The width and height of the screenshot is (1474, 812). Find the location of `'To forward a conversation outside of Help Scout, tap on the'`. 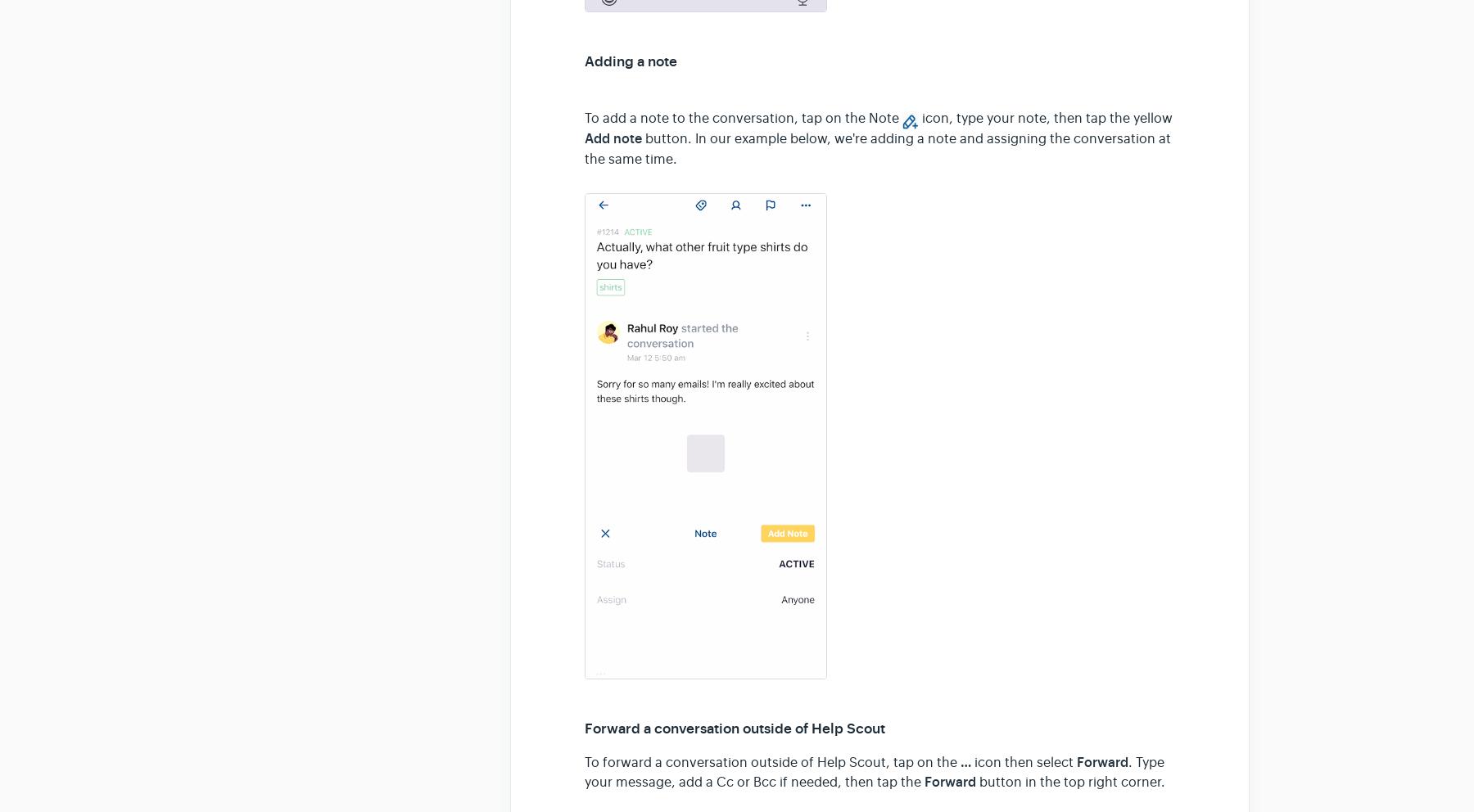

'To forward a conversation outside of Help Scout, tap on the' is located at coordinates (771, 760).